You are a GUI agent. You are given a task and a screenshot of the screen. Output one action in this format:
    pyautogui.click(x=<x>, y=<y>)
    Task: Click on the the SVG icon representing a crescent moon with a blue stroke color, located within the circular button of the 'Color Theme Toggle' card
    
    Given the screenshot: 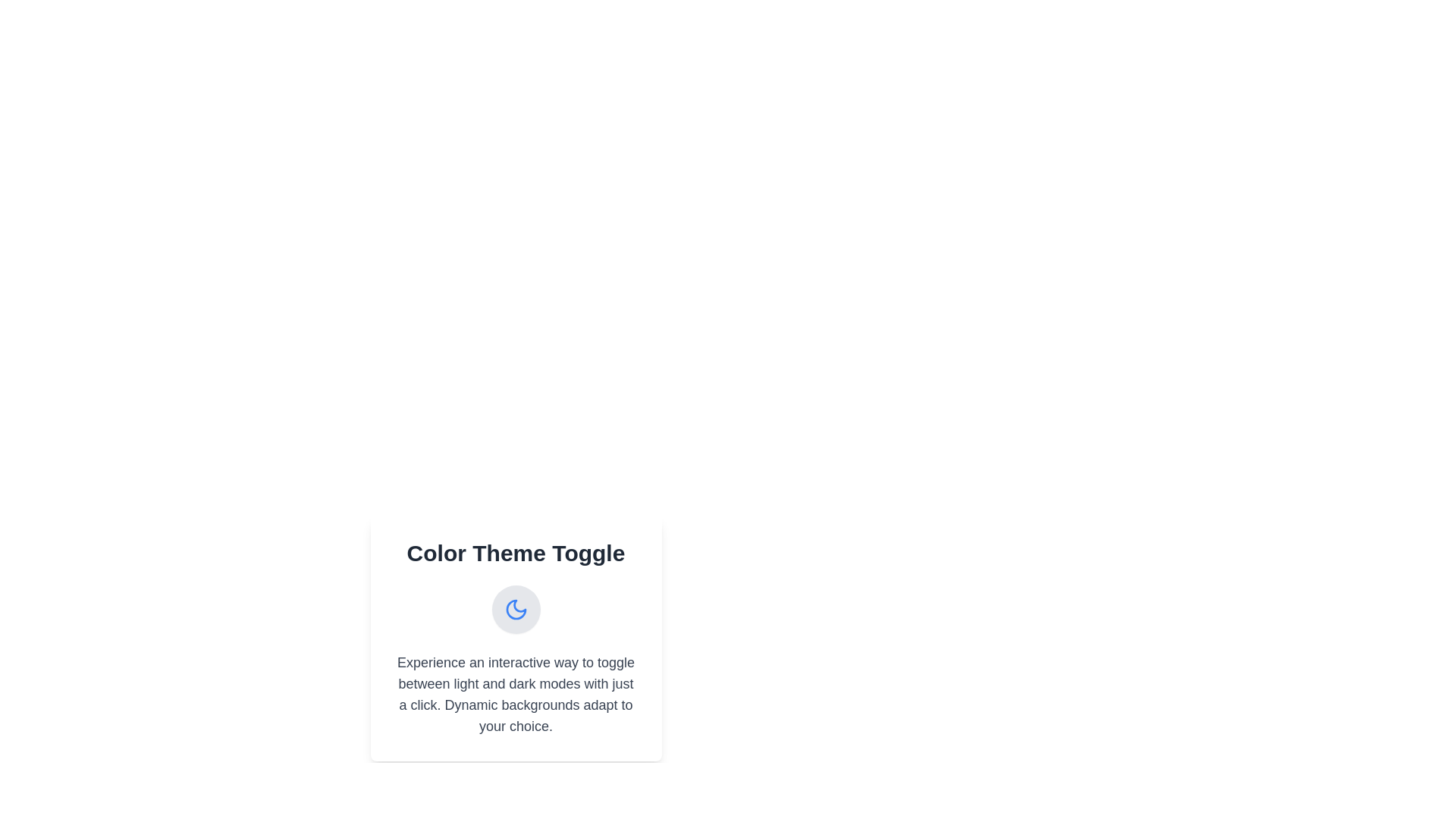 What is the action you would take?
    pyautogui.click(x=516, y=608)
    